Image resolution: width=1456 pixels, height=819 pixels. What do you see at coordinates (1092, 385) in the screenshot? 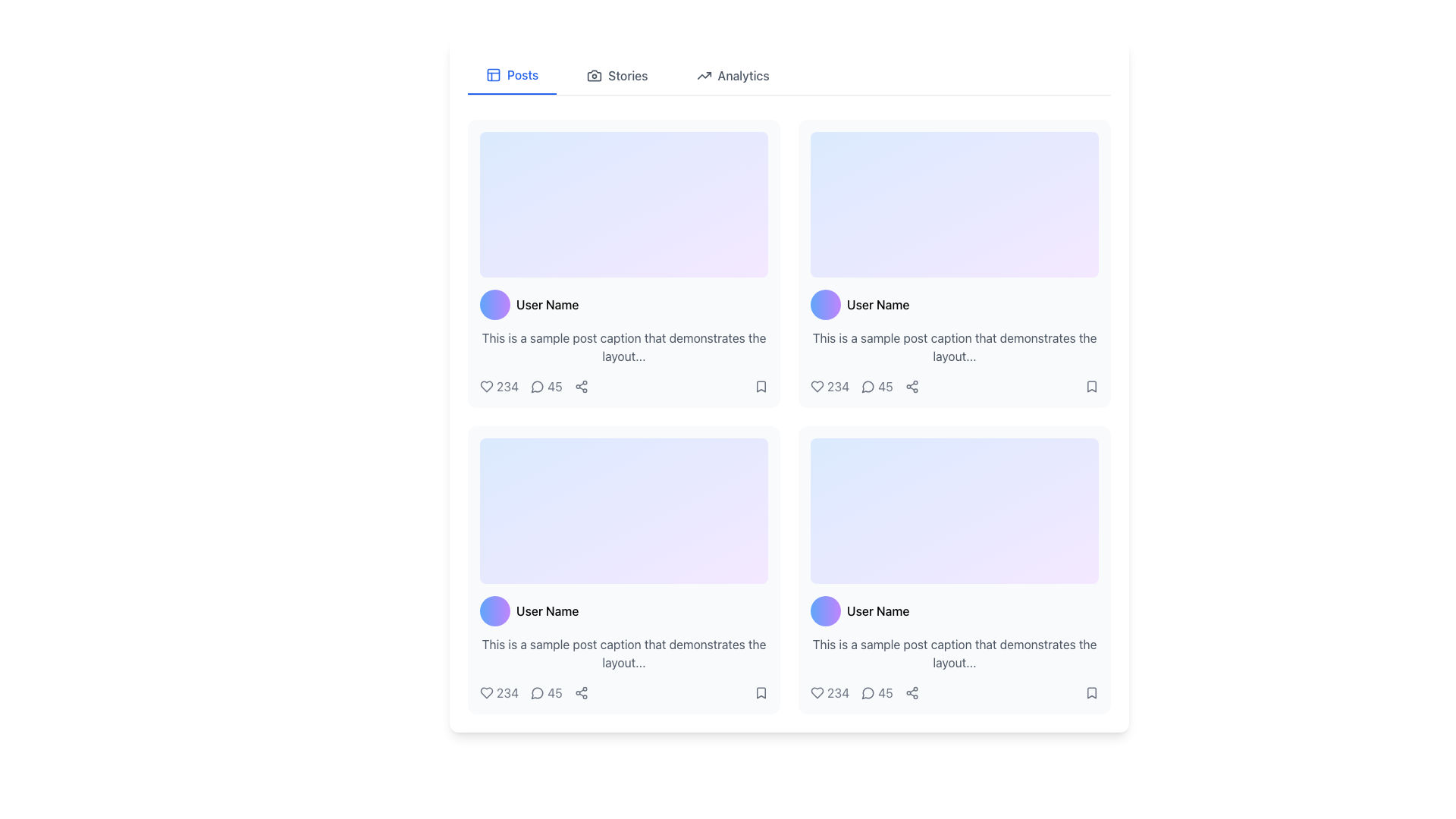
I see `the bookmark-shaped icon, which is a hollow black outline representing a folded flag or ribbon, located at the bottom-right corner of a user post card` at bounding box center [1092, 385].